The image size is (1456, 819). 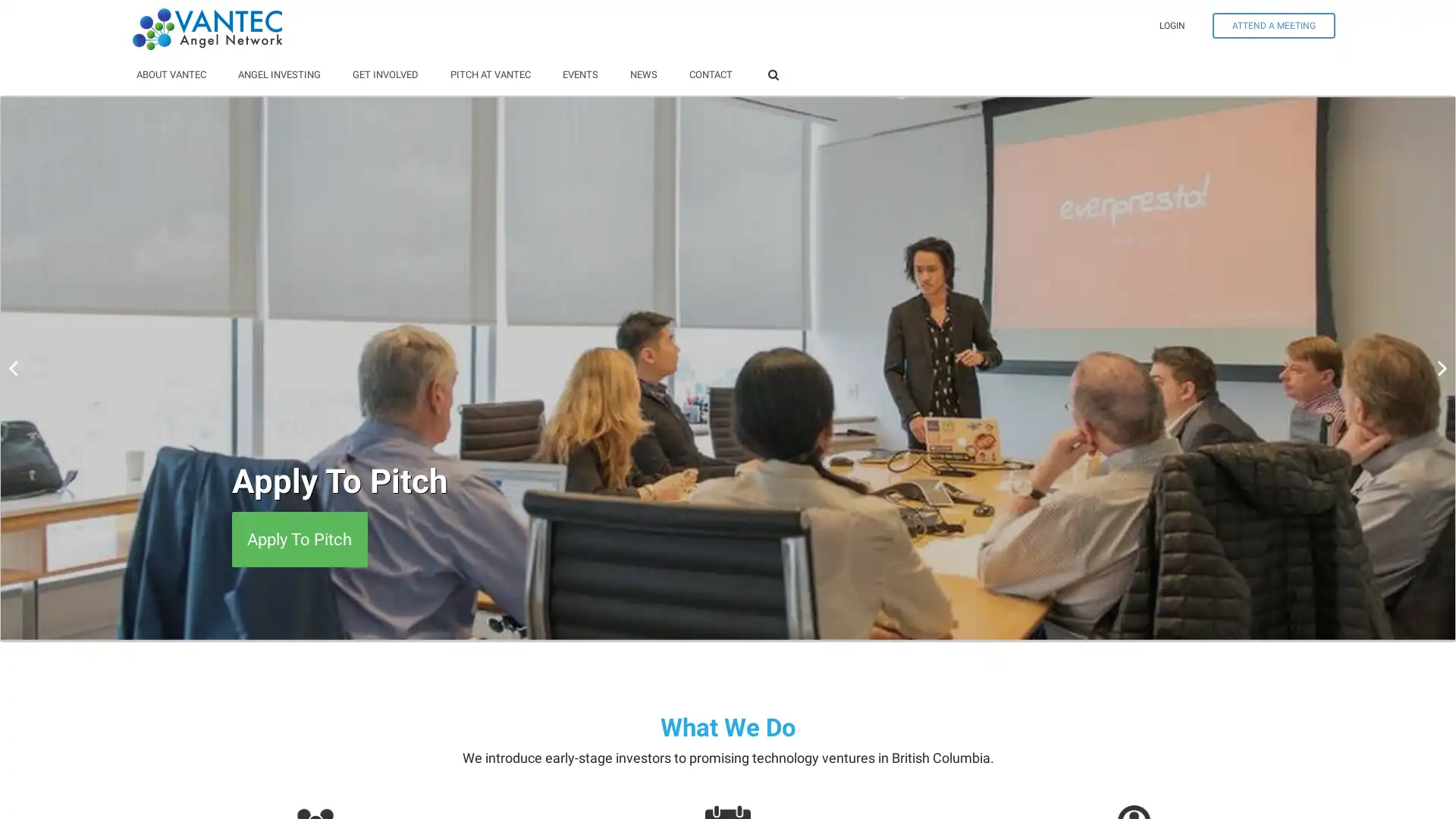 What do you see at coordinates (271, 538) in the screenshot?
I see `Attend` at bounding box center [271, 538].